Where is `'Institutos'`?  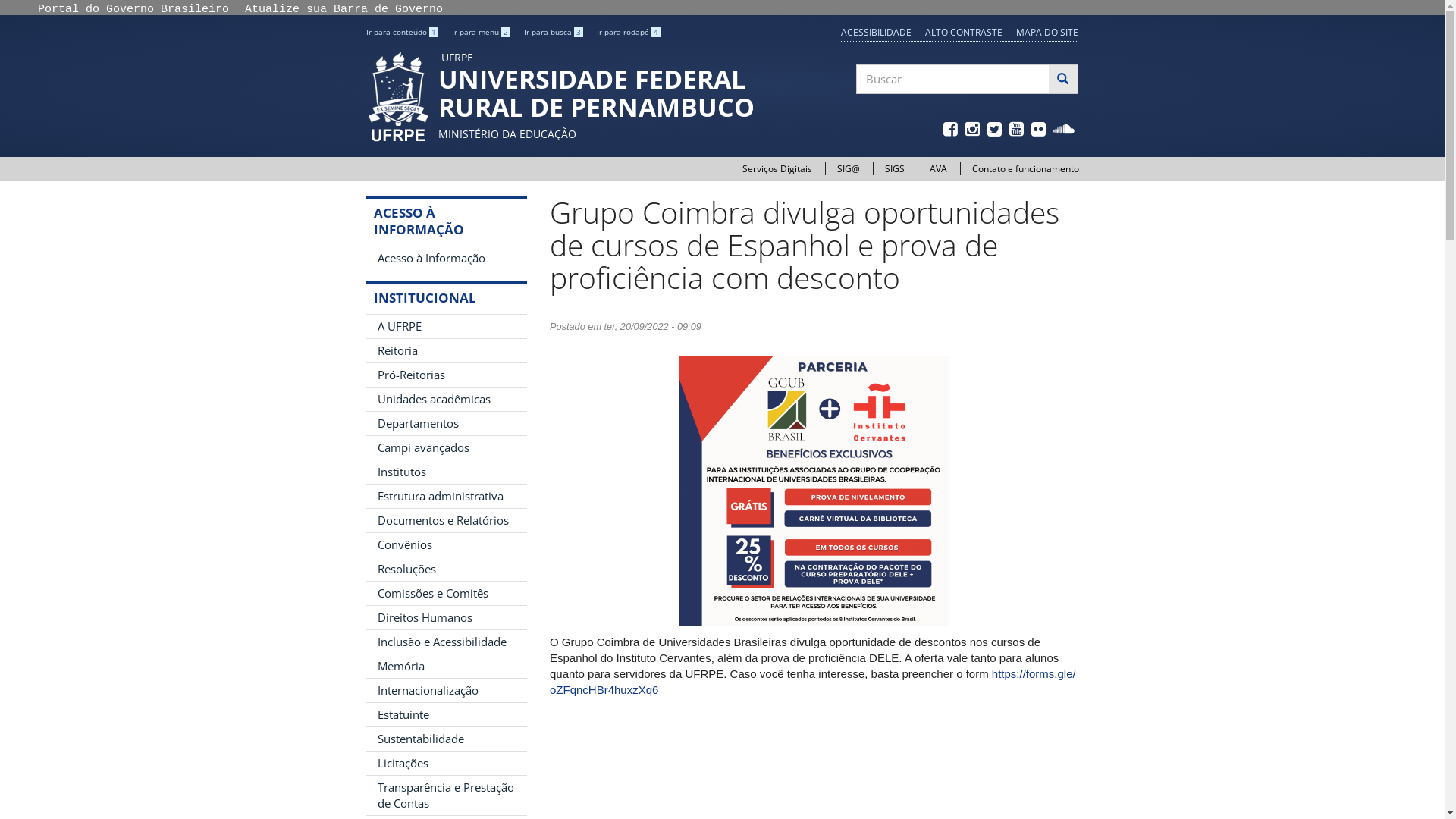
'Institutos' is located at coordinates (445, 471).